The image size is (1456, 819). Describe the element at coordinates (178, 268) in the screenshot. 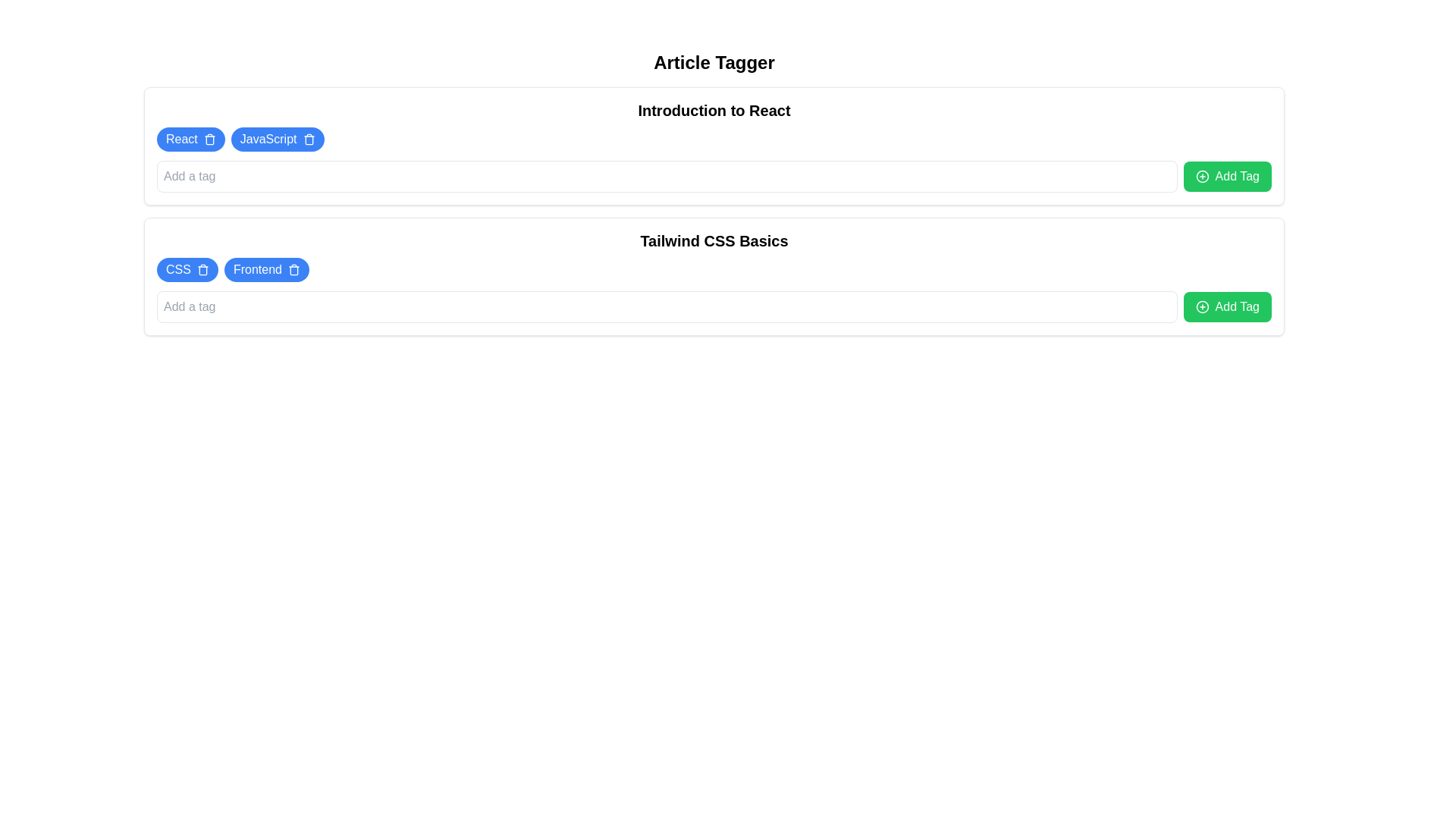

I see `the first tag label in the 'Tailwind CSS Basics' section` at that location.